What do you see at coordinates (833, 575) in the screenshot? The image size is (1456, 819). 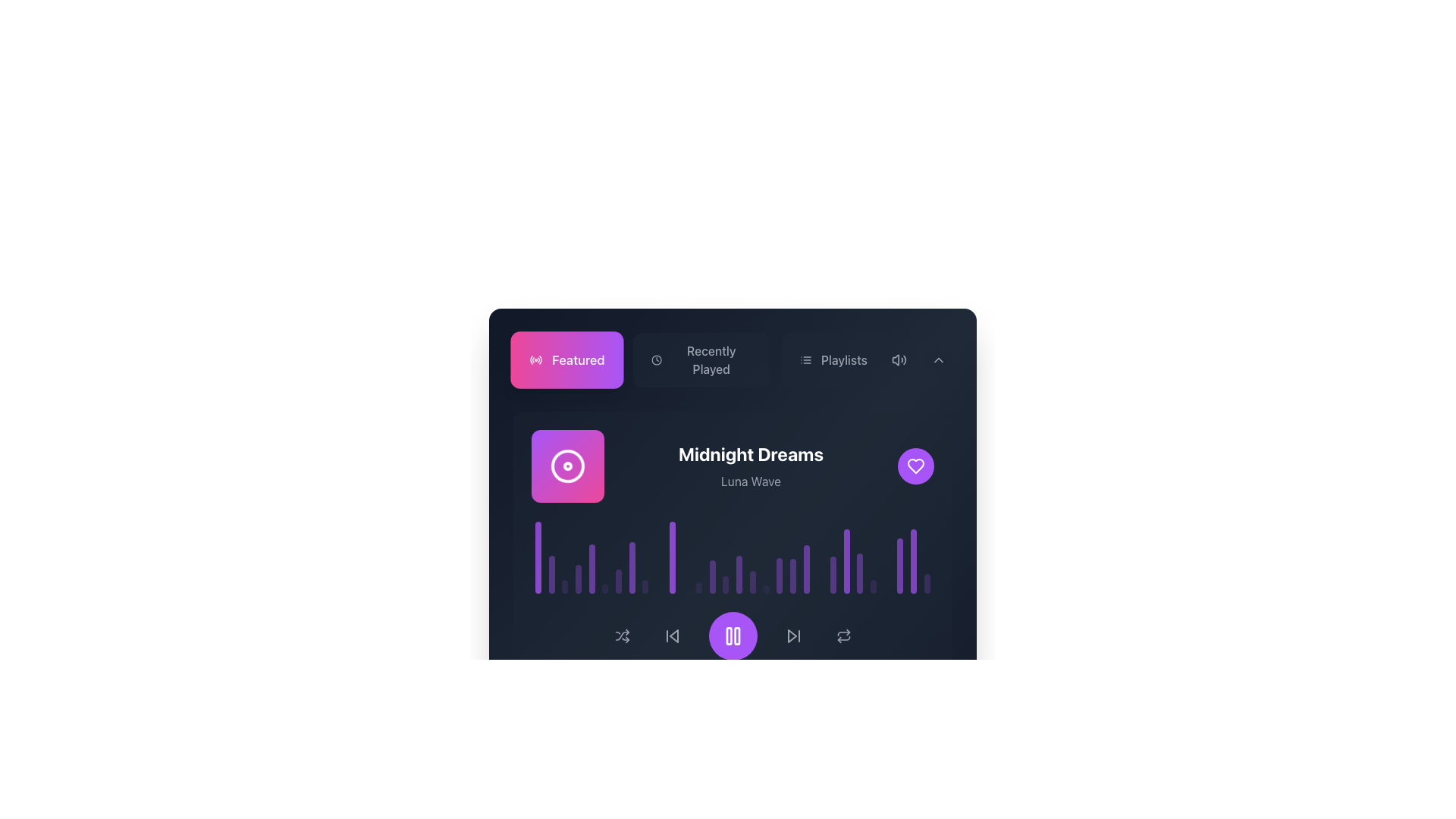 I see `the 20th vertical visual indicator bar in the audio waveform visualization, which is a thin rectangle with rounded ends and a semi-transparent purple color` at bounding box center [833, 575].